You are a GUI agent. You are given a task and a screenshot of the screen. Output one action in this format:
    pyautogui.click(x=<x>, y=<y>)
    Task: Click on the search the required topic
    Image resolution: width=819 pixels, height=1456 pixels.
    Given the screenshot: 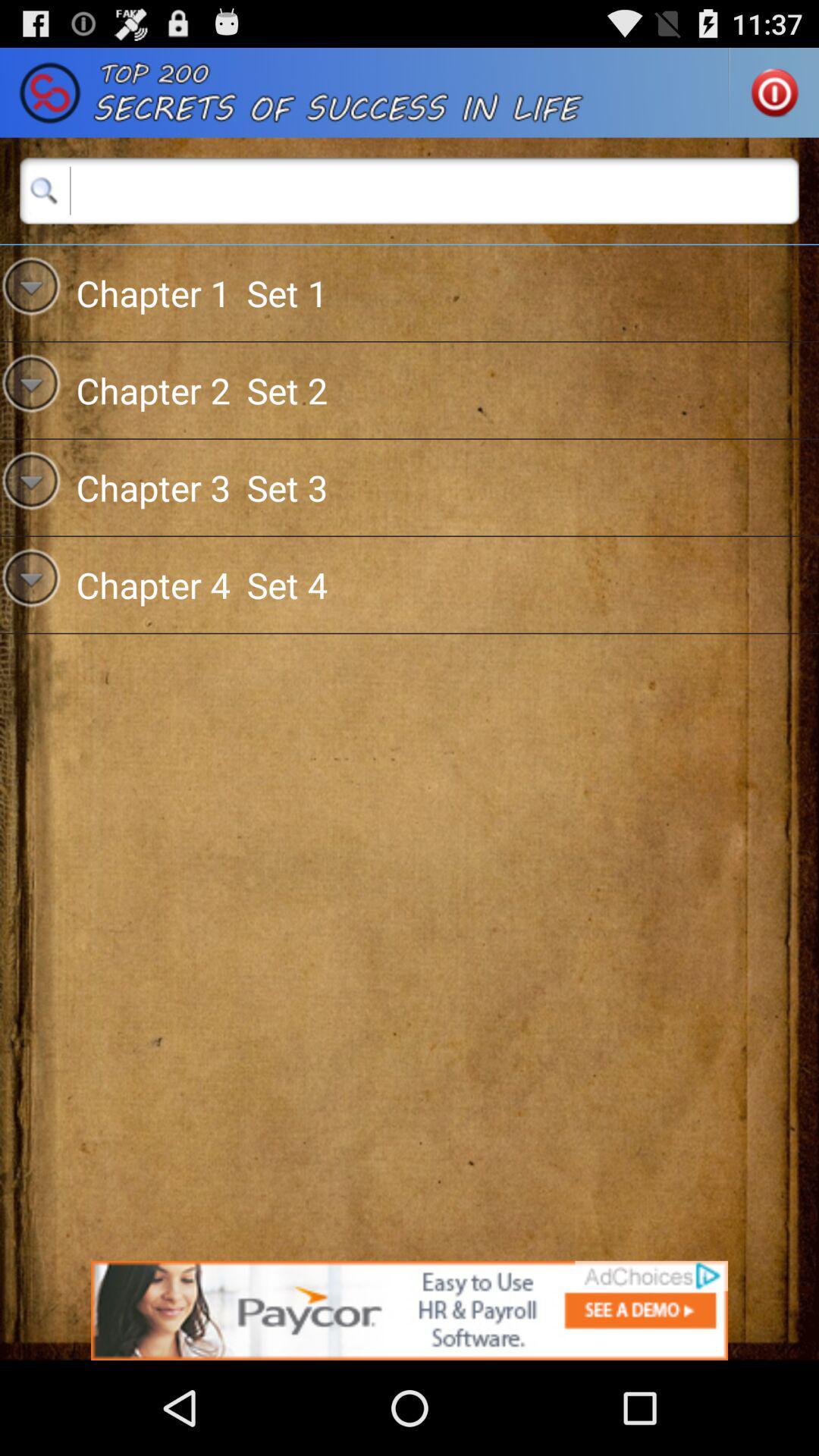 What is the action you would take?
    pyautogui.click(x=409, y=190)
    